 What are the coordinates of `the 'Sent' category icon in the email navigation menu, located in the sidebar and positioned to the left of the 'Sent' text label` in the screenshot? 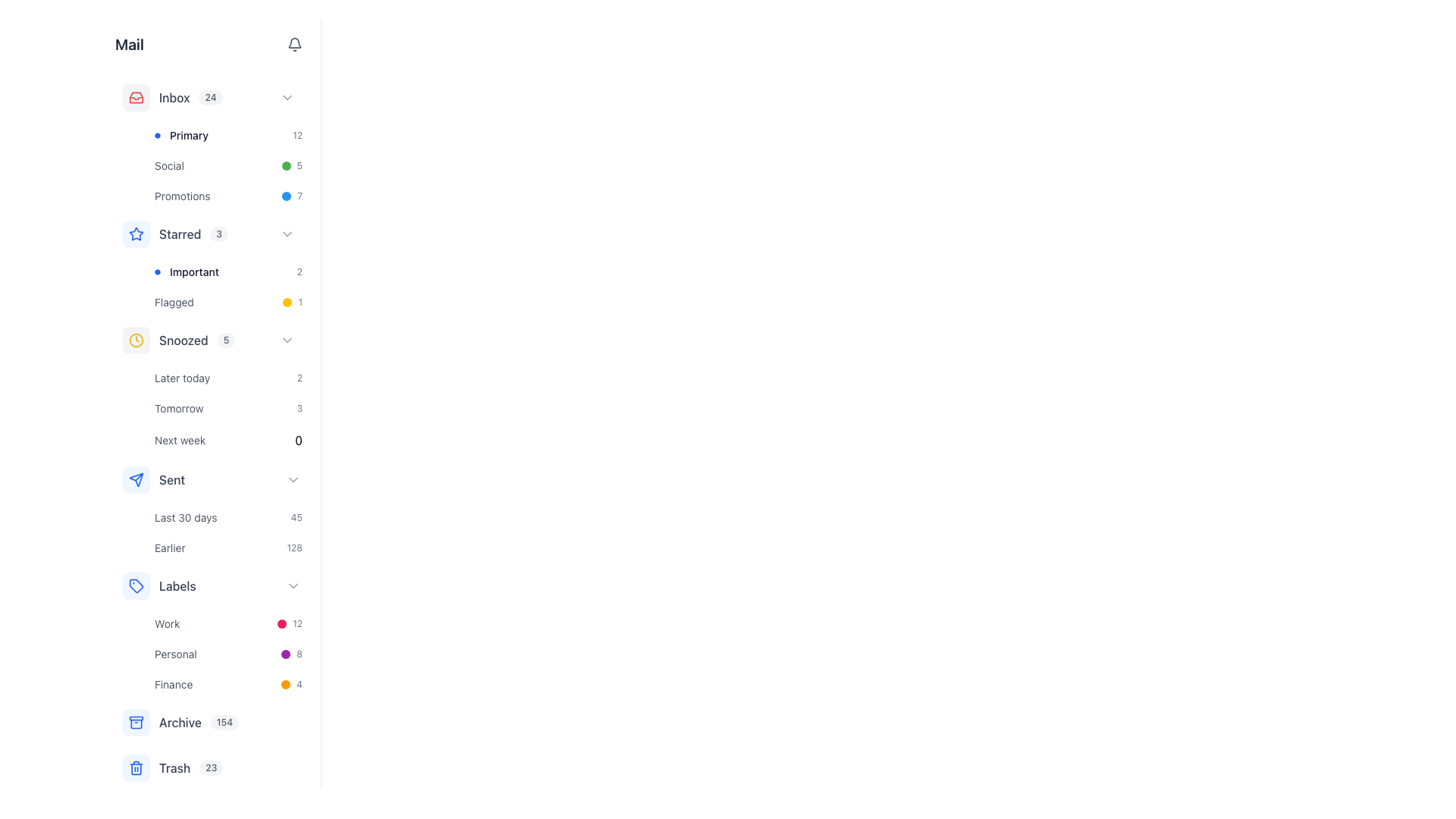 It's located at (136, 479).